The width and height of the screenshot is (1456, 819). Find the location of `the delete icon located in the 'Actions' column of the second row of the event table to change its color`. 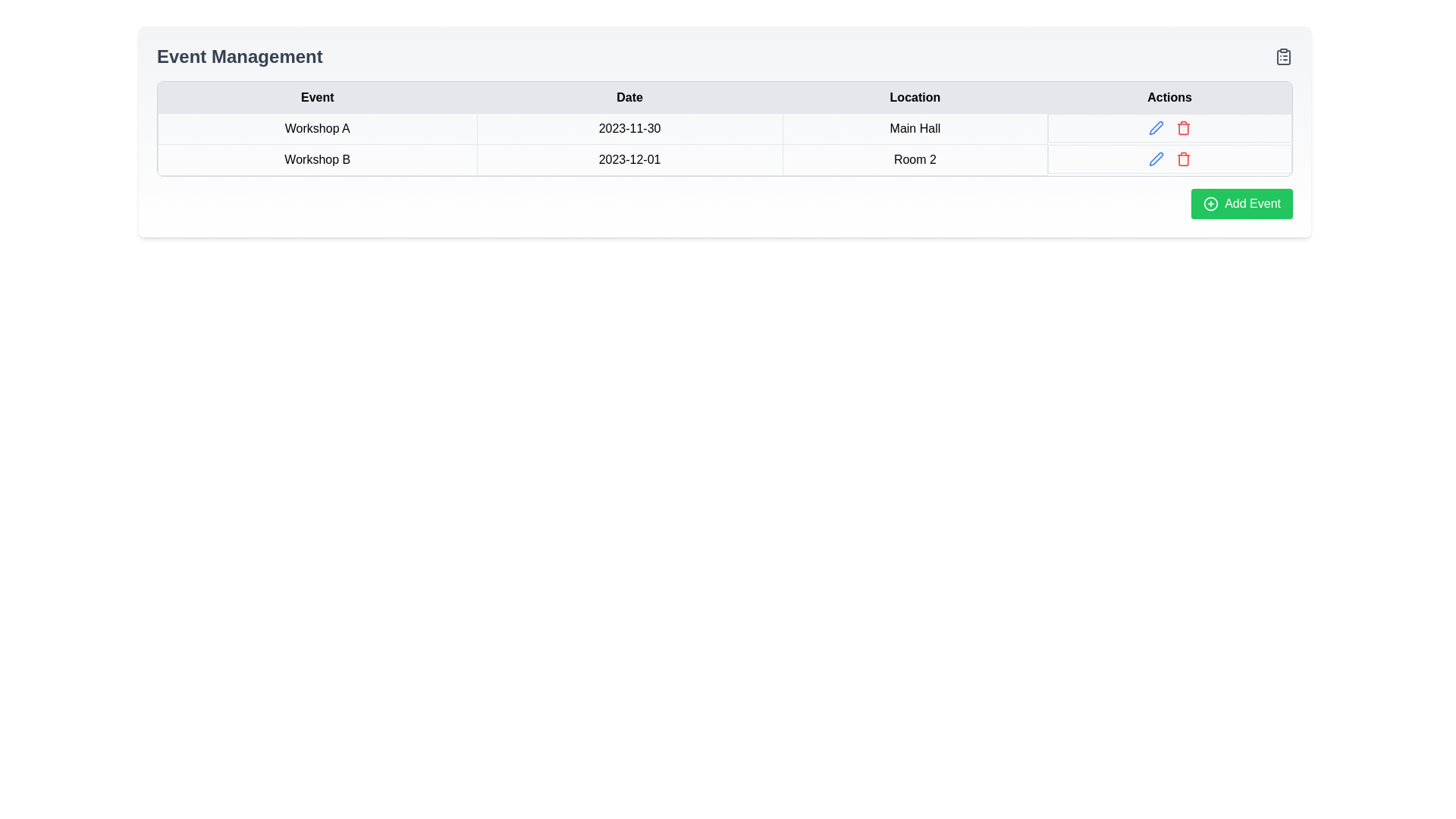

the delete icon located in the 'Actions' column of the second row of the event table to change its color is located at coordinates (1182, 127).